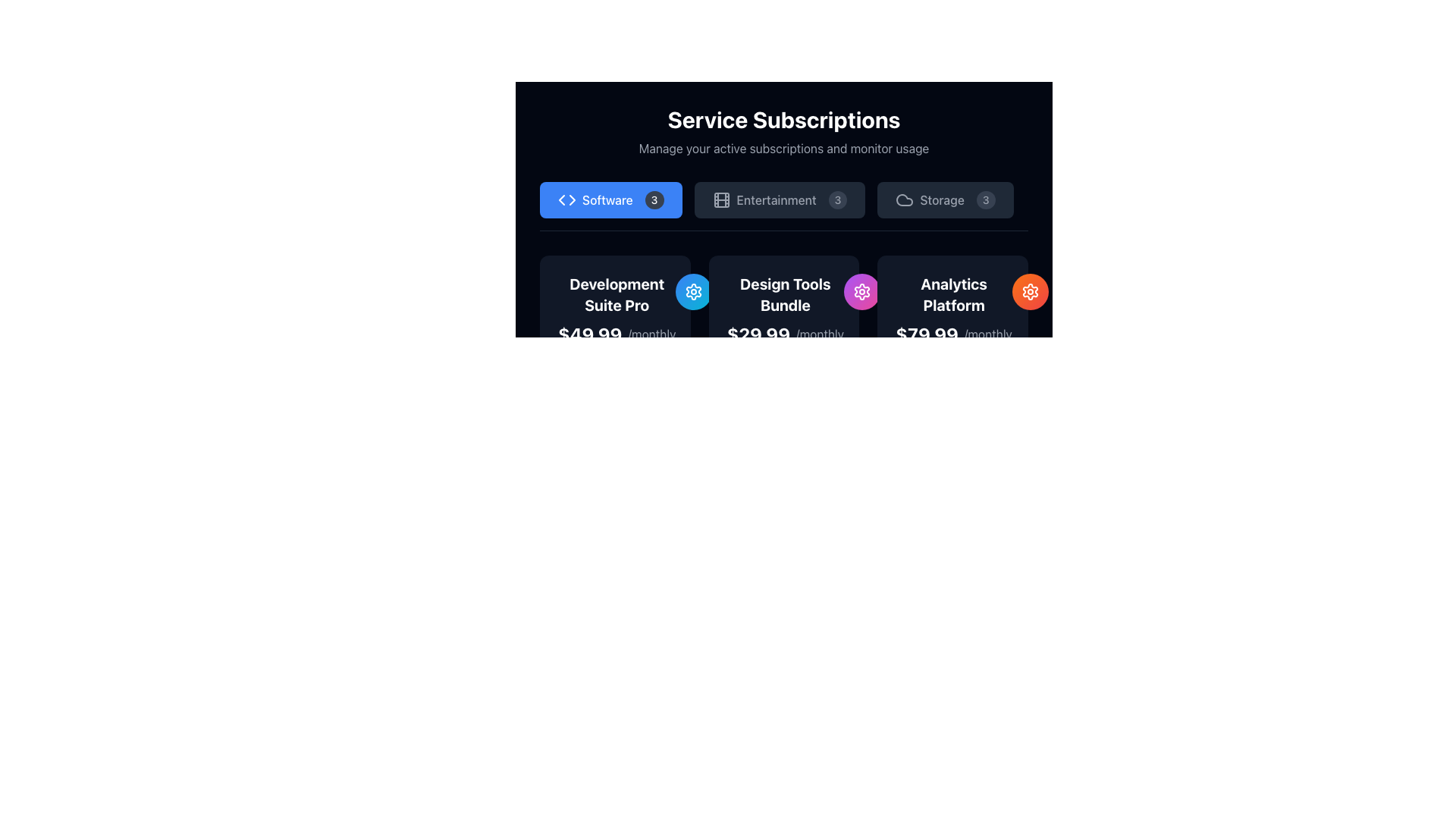 The image size is (1456, 819). Describe the element at coordinates (780, 199) in the screenshot. I see `the 'Entertainment' button, which is the second button in the horizontal group beneath 'Service Subscriptions'` at that location.